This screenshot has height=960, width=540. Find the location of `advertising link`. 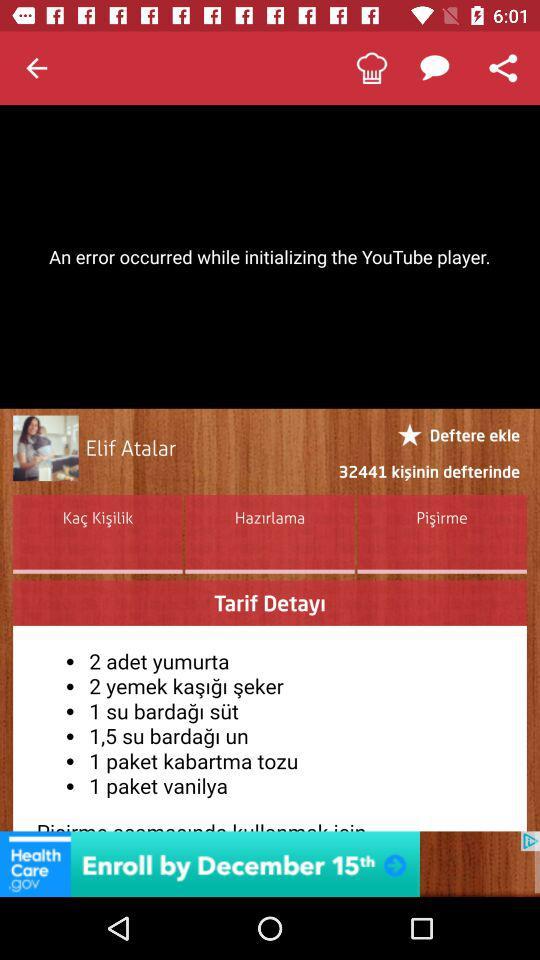

advertising link is located at coordinates (270, 863).